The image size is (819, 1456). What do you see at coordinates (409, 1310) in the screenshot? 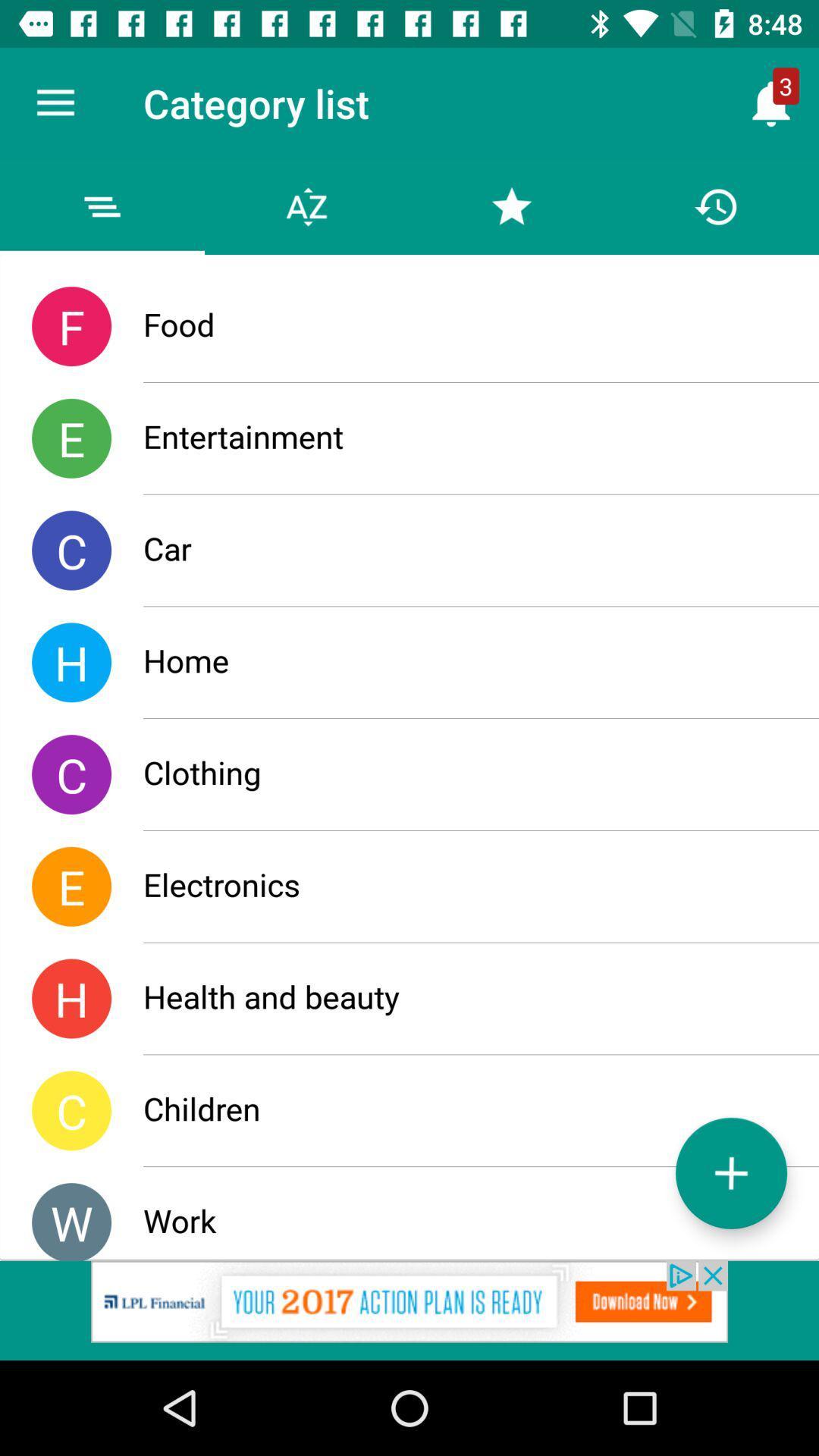
I see `speakev` at bounding box center [409, 1310].